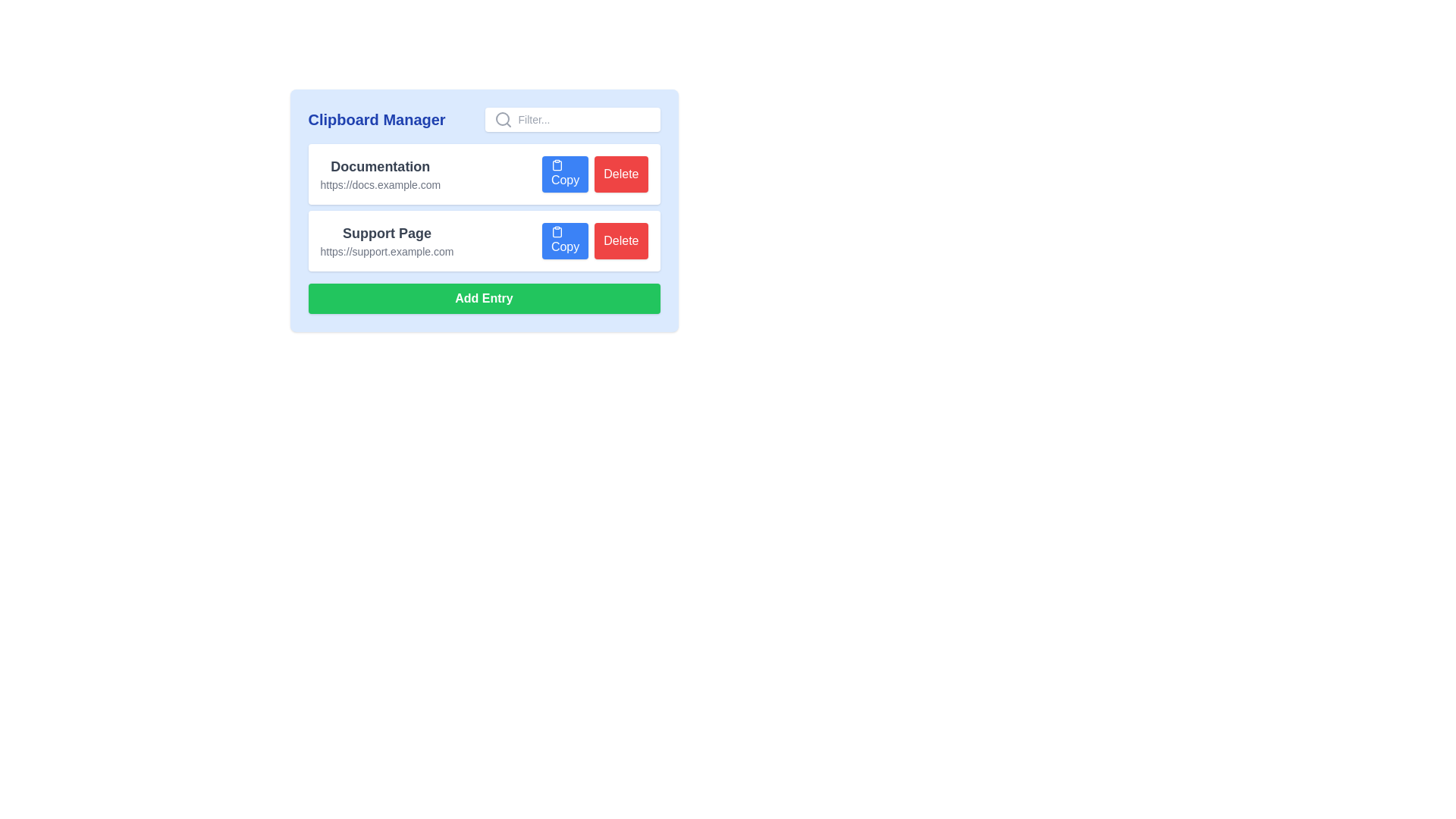  I want to click on the text display group that shows the reference to a support page, located centrally, so click(387, 240).